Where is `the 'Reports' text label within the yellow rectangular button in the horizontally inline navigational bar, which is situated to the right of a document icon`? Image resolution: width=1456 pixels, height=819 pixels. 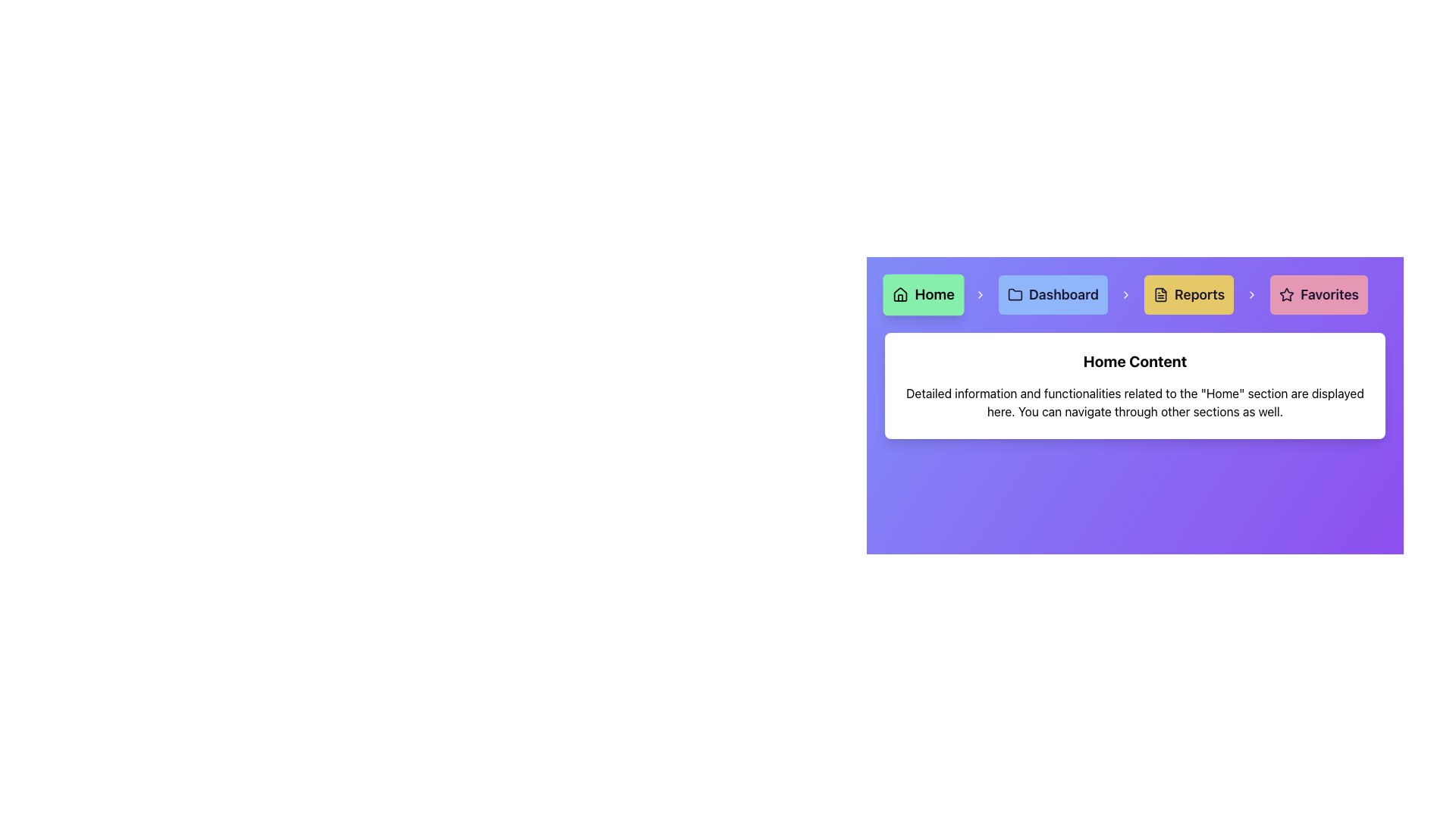
the 'Reports' text label within the yellow rectangular button in the horizontally inline navigational bar, which is situated to the right of a document icon is located at coordinates (1199, 295).